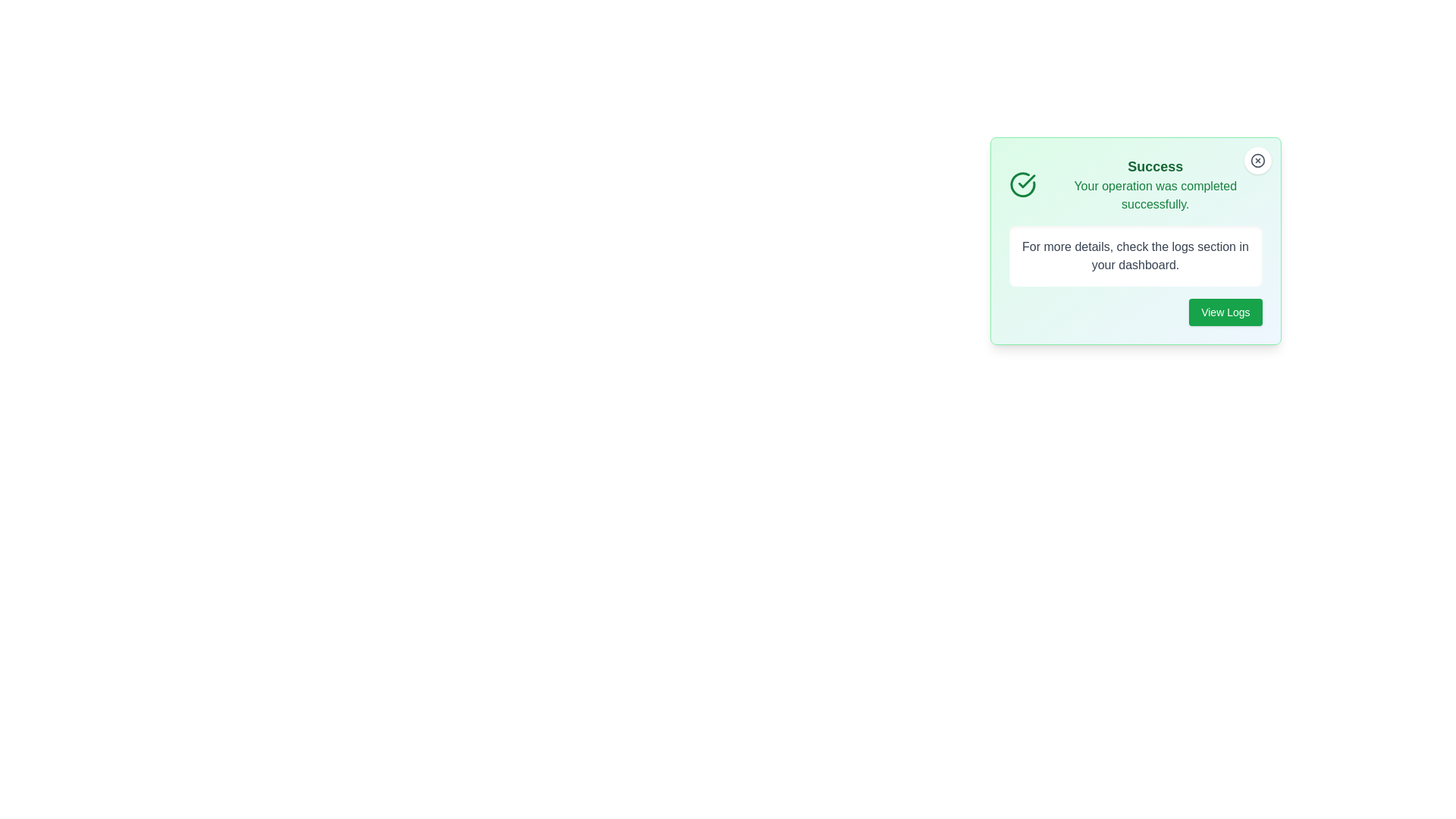 Image resolution: width=1456 pixels, height=819 pixels. Describe the element at coordinates (1225, 312) in the screenshot. I see `the 'View Logs' button to navigate to the logs section` at that location.